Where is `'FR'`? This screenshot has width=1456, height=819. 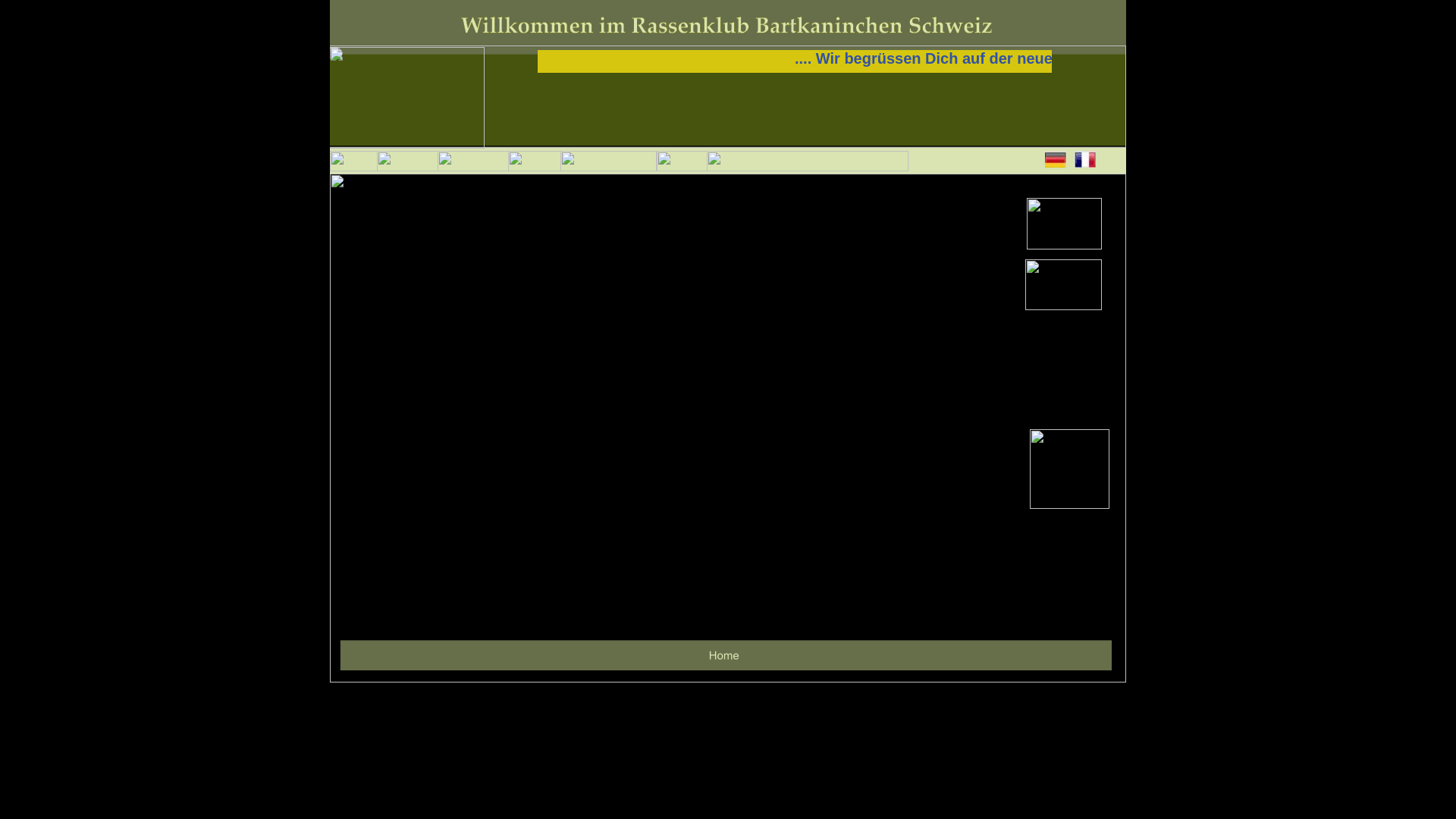 'FR' is located at coordinates (1084, 158).